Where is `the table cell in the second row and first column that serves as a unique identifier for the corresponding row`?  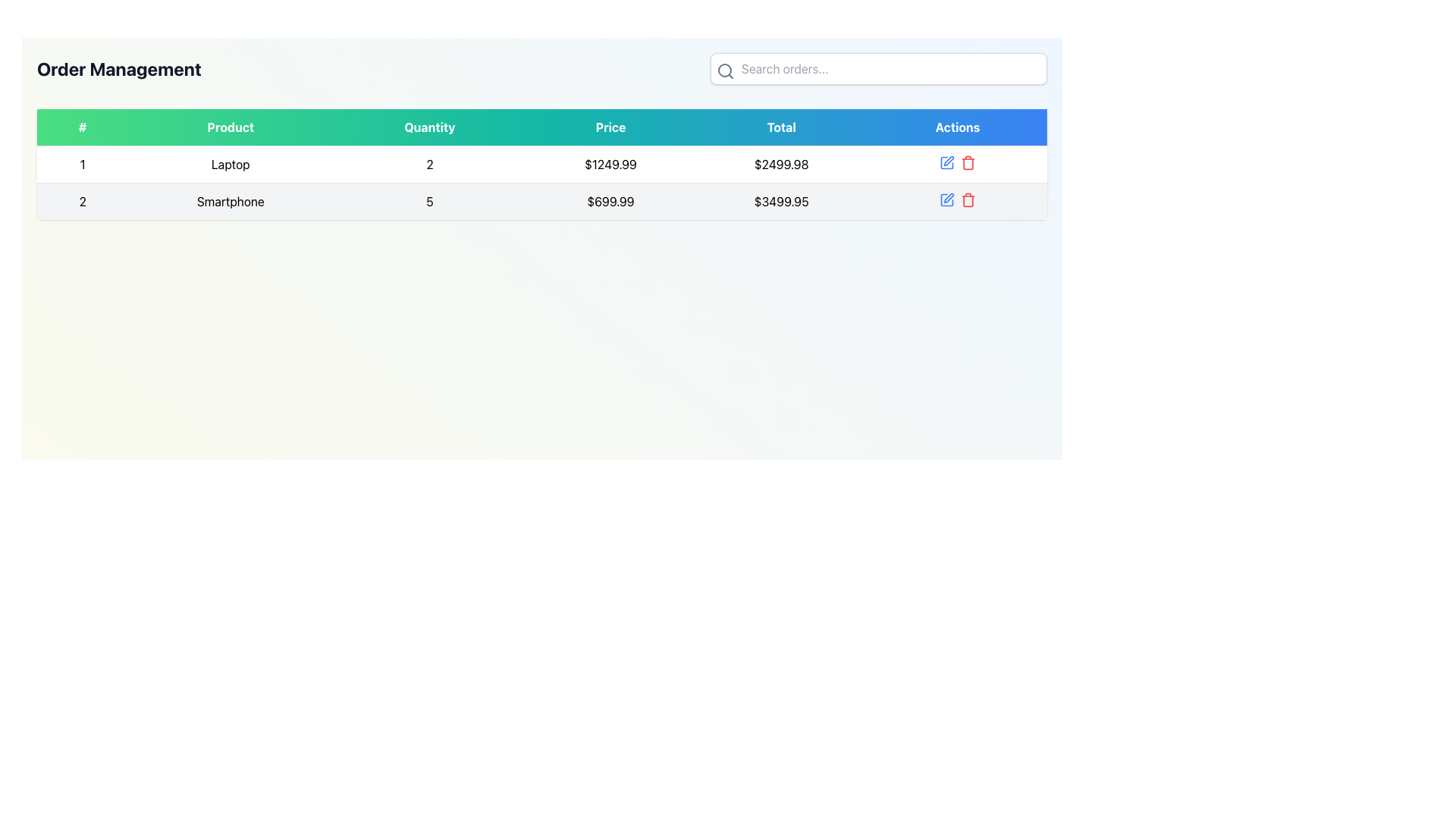 the table cell in the second row and first column that serves as a unique identifier for the corresponding row is located at coordinates (82, 200).